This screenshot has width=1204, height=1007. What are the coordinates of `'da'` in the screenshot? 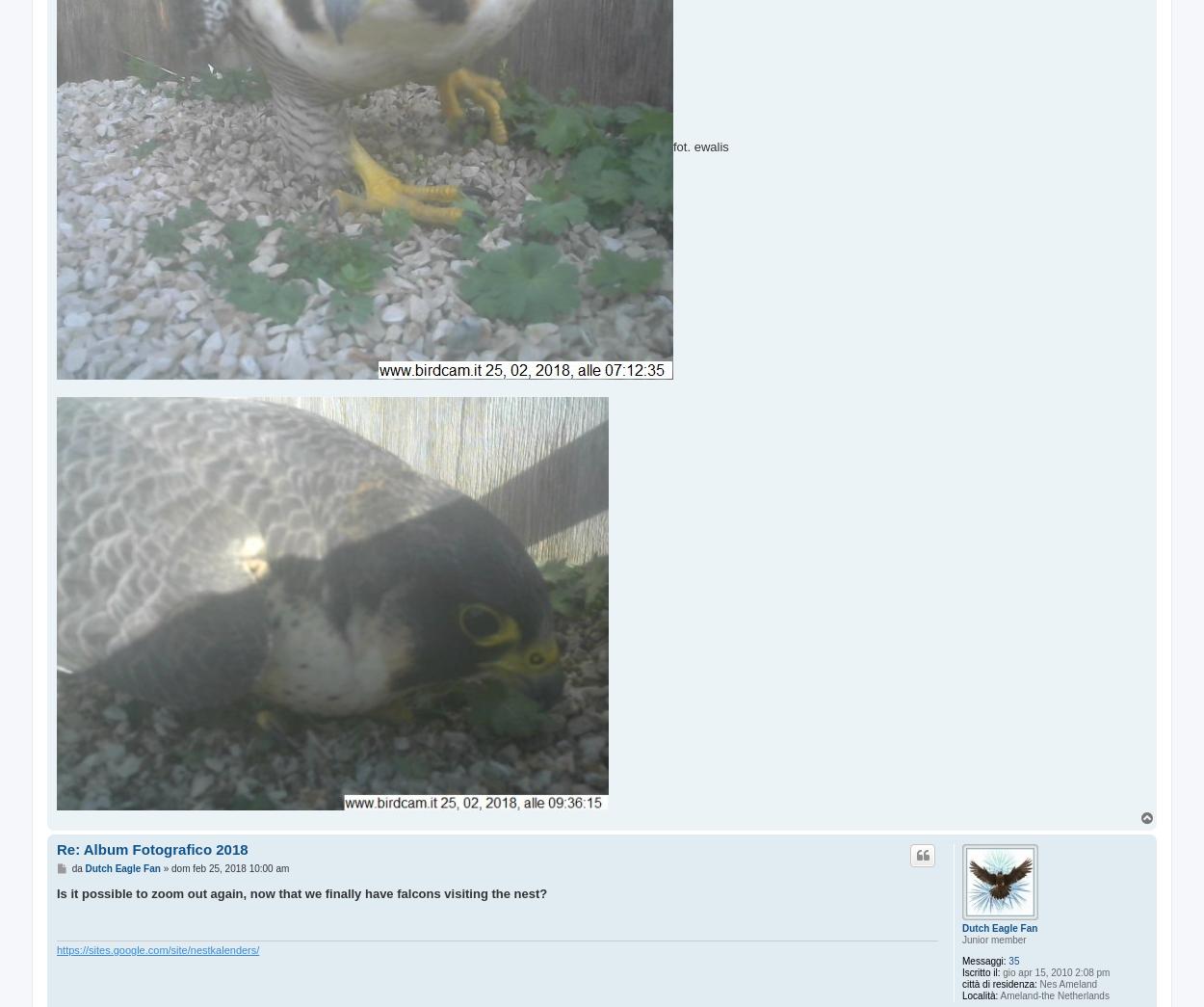 It's located at (77, 868).